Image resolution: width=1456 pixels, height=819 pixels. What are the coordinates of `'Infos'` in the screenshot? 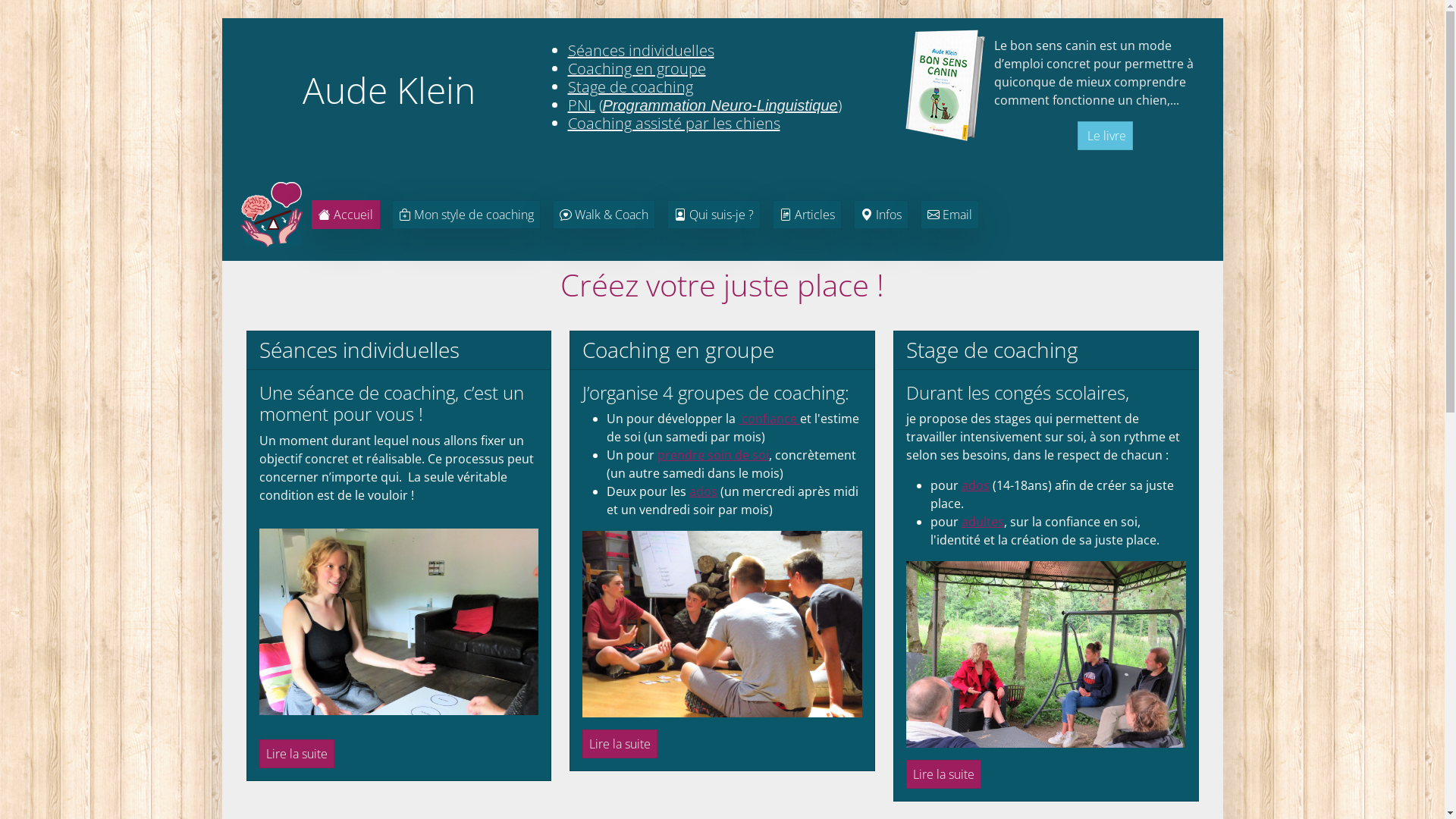 It's located at (880, 214).